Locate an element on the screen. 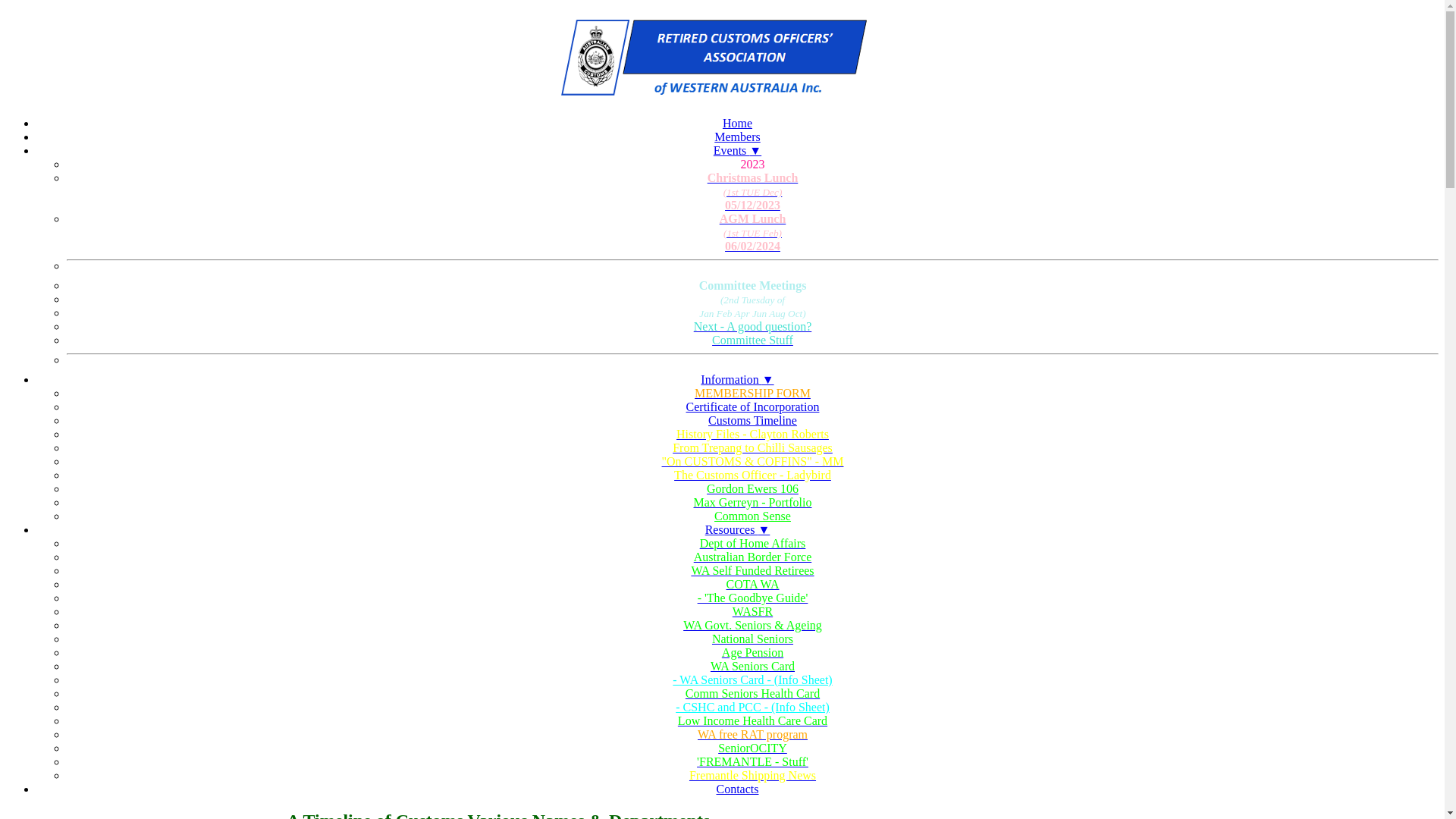  'MEMBERSHIP FORM' is located at coordinates (752, 393).